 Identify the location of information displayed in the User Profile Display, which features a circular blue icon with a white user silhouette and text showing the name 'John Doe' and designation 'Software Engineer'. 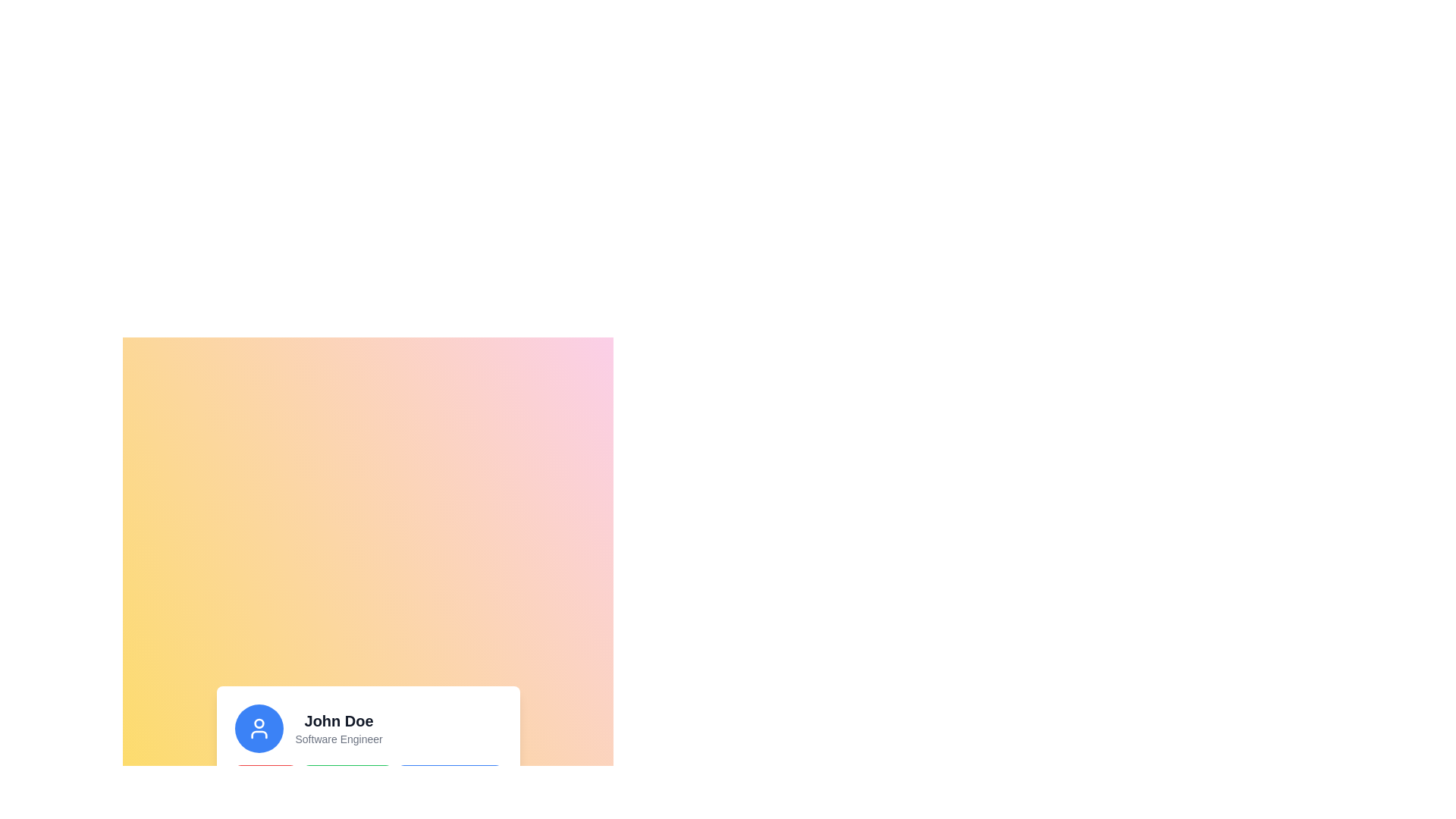
(368, 727).